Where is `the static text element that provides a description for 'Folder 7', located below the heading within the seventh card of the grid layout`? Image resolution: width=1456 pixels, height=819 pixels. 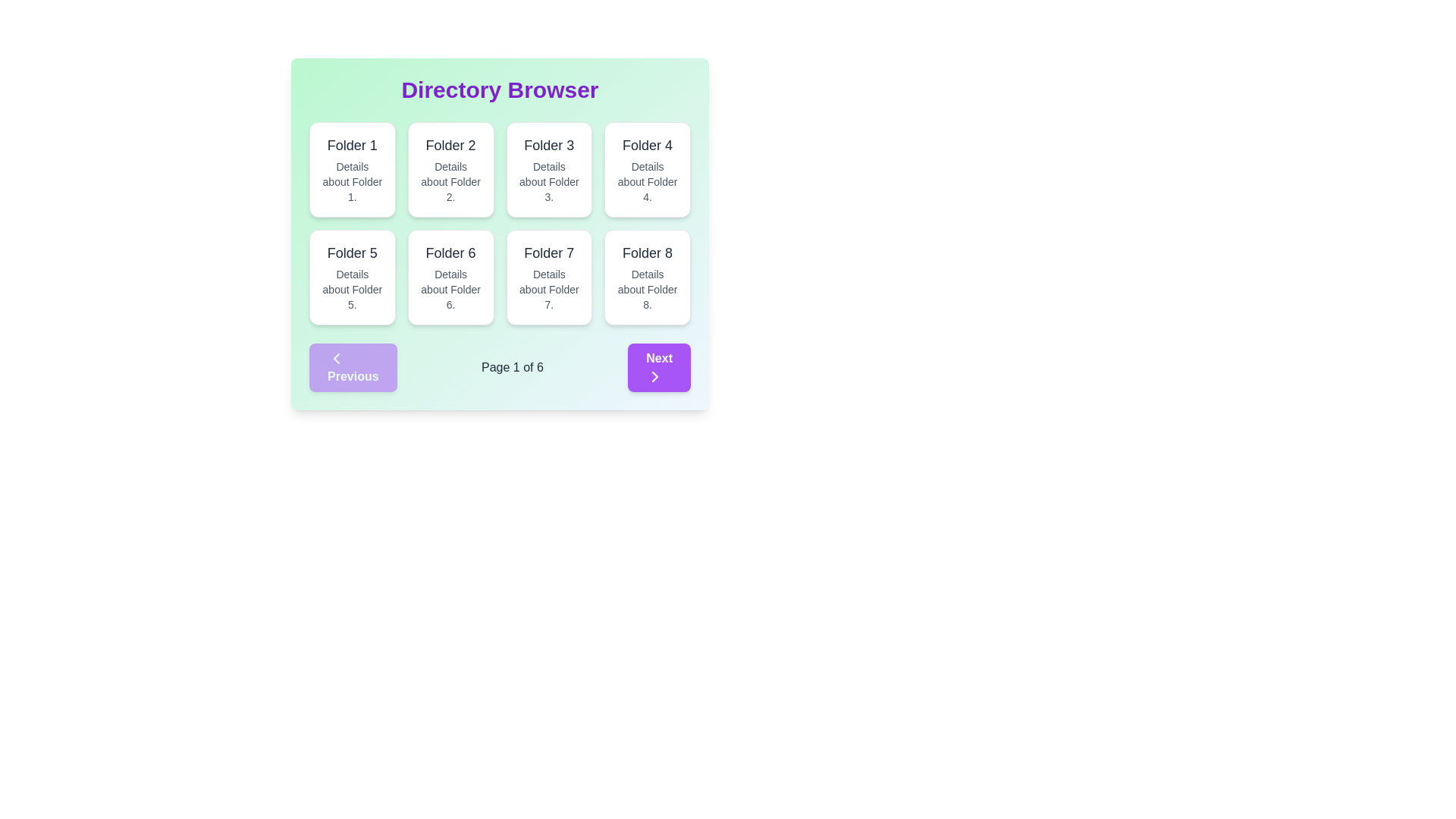
the static text element that provides a description for 'Folder 7', located below the heading within the seventh card of the grid layout is located at coordinates (548, 289).